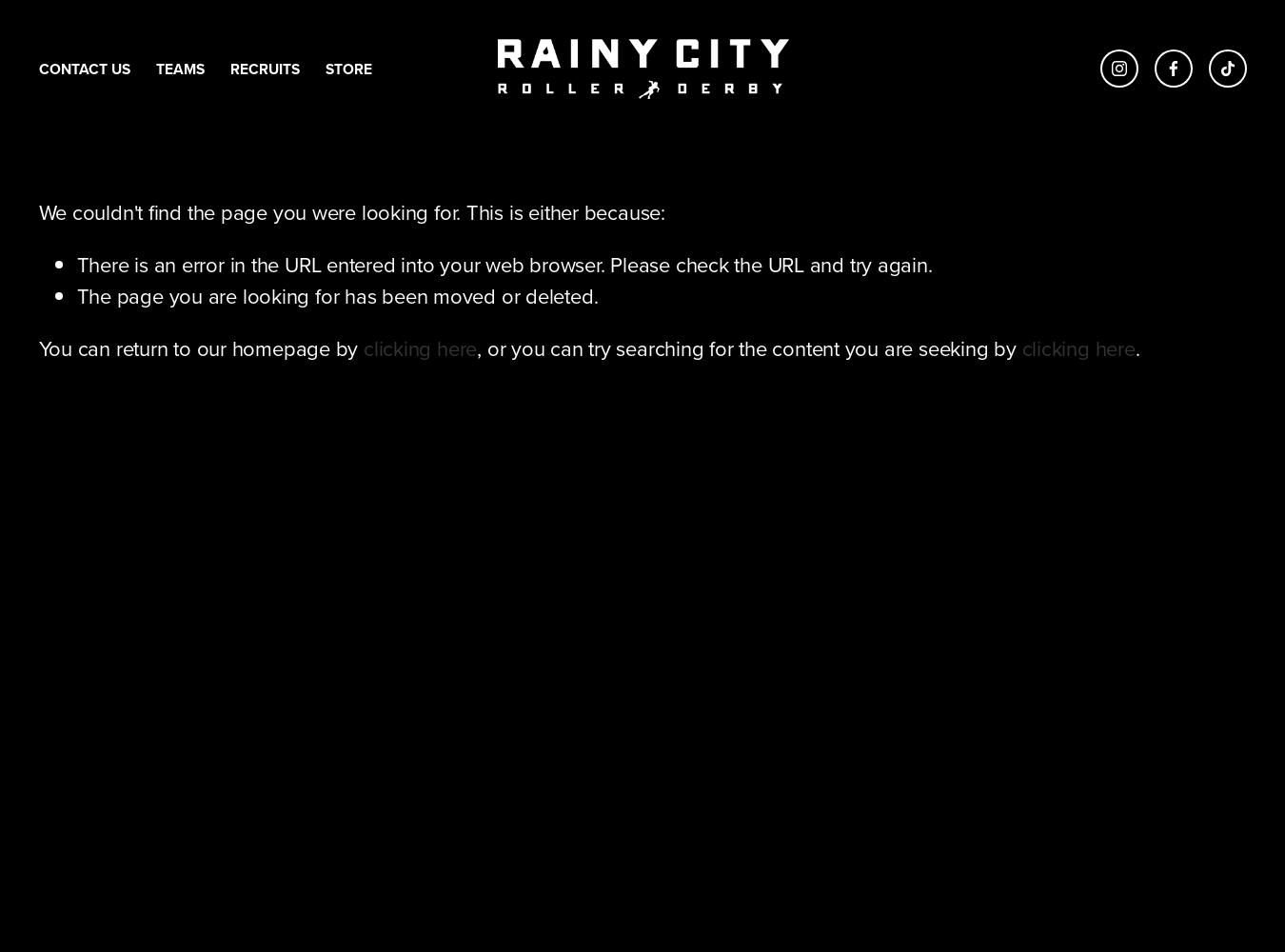  What do you see at coordinates (263, 67) in the screenshot?
I see `'RECRUITS'` at bounding box center [263, 67].